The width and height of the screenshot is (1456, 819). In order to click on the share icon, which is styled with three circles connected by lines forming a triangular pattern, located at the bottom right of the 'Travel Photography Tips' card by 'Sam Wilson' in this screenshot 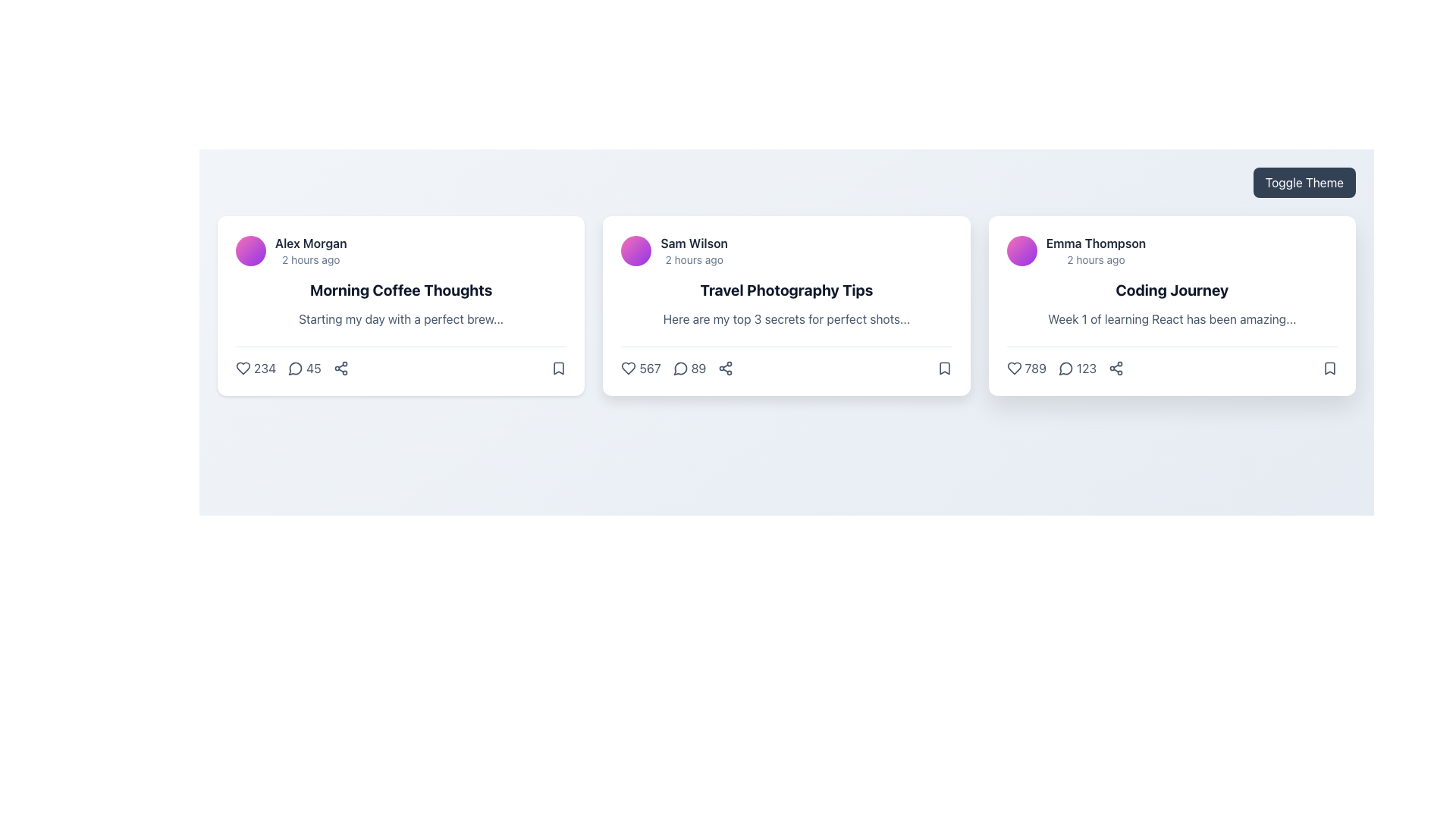, I will do `click(725, 369)`.